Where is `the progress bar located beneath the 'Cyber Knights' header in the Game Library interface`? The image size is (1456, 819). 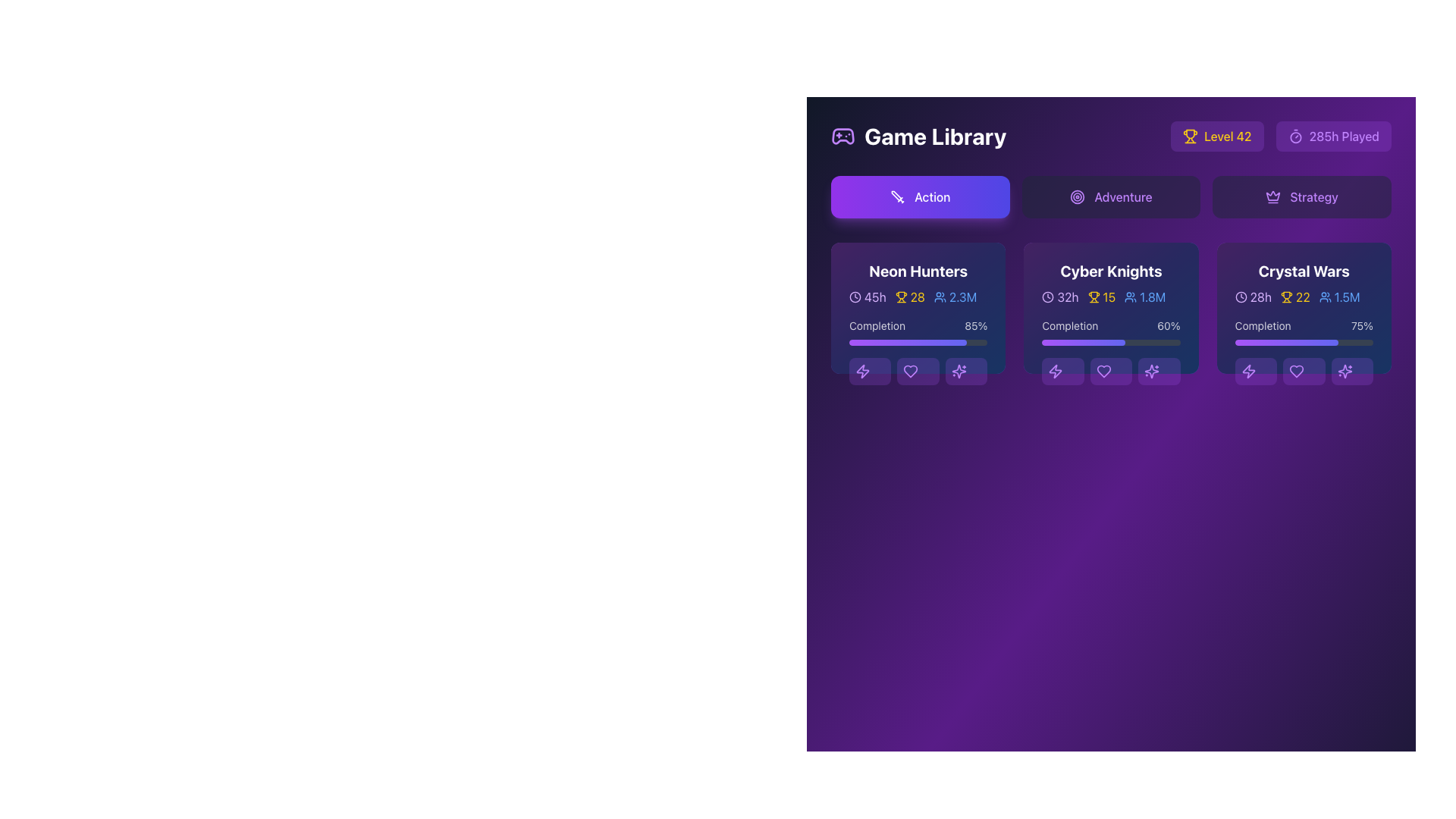
the progress bar located beneath the 'Cyber Knights' header in the Game Library interface is located at coordinates (1111, 351).